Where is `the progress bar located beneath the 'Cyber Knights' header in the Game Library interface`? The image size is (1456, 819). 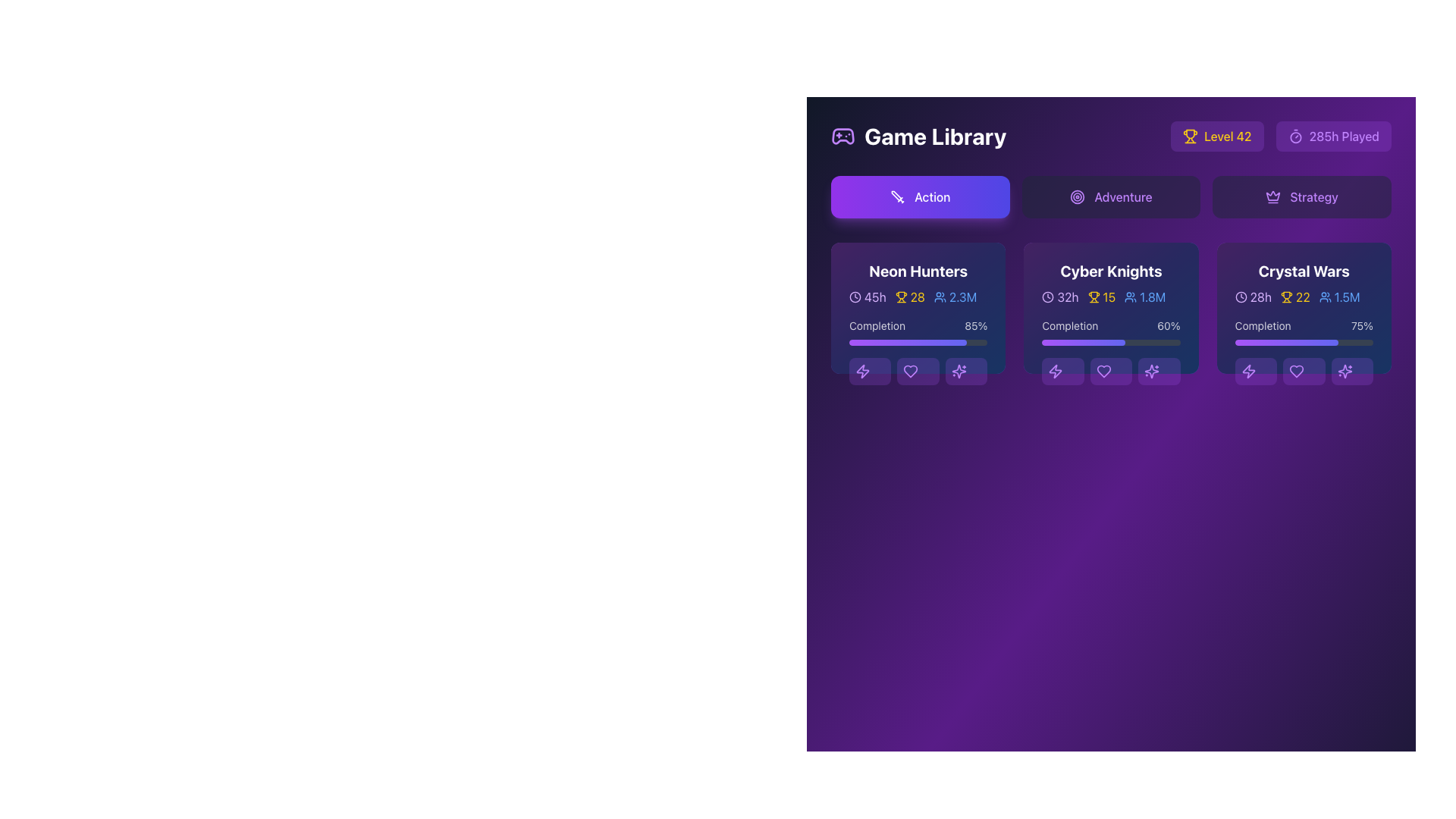
the progress bar located beneath the 'Cyber Knights' header in the Game Library interface is located at coordinates (1111, 351).